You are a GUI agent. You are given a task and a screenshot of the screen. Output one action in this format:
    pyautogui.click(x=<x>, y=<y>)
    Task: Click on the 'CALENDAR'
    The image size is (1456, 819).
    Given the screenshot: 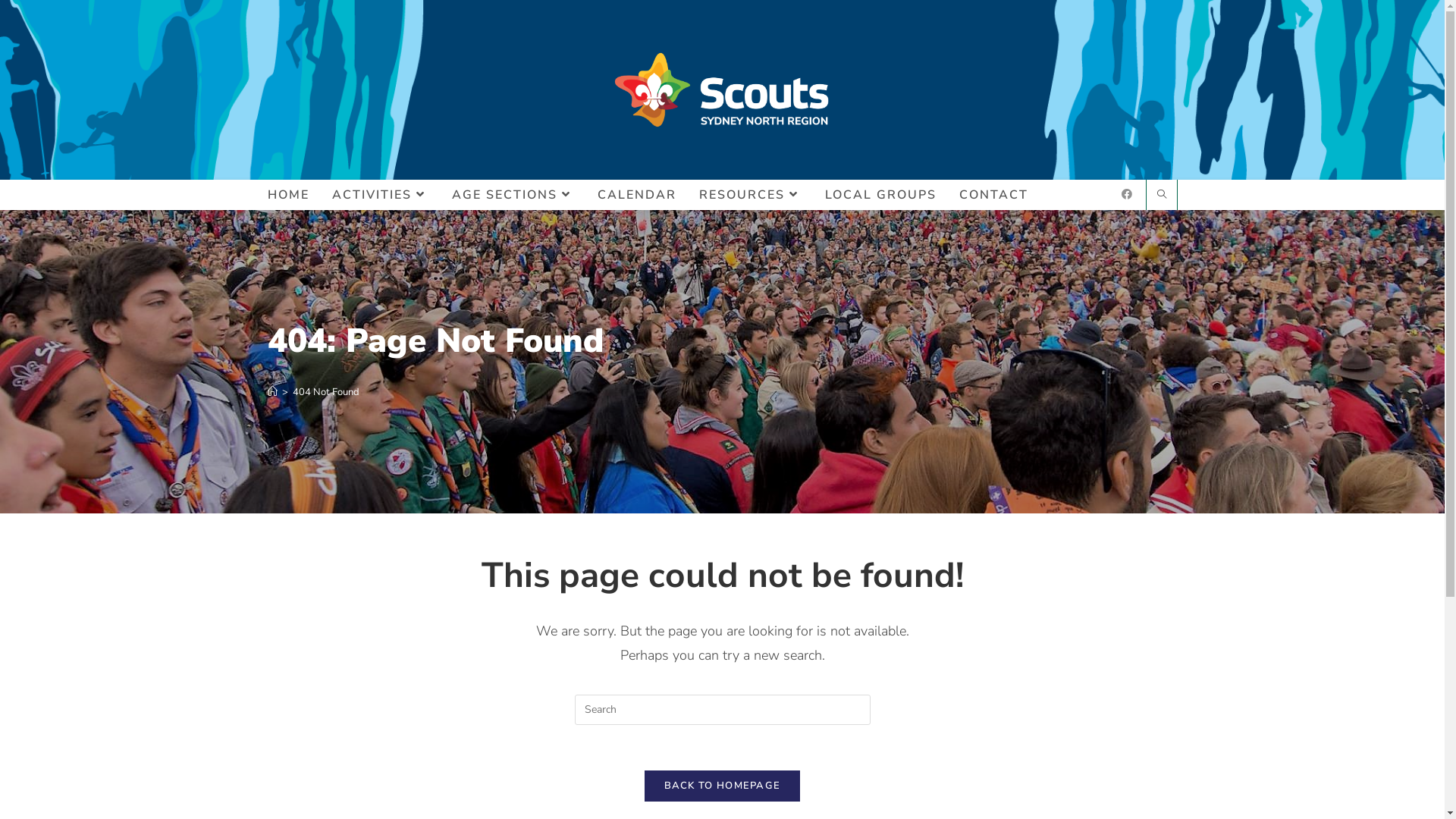 What is the action you would take?
    pyautogui.click(x=636, y=194)
    